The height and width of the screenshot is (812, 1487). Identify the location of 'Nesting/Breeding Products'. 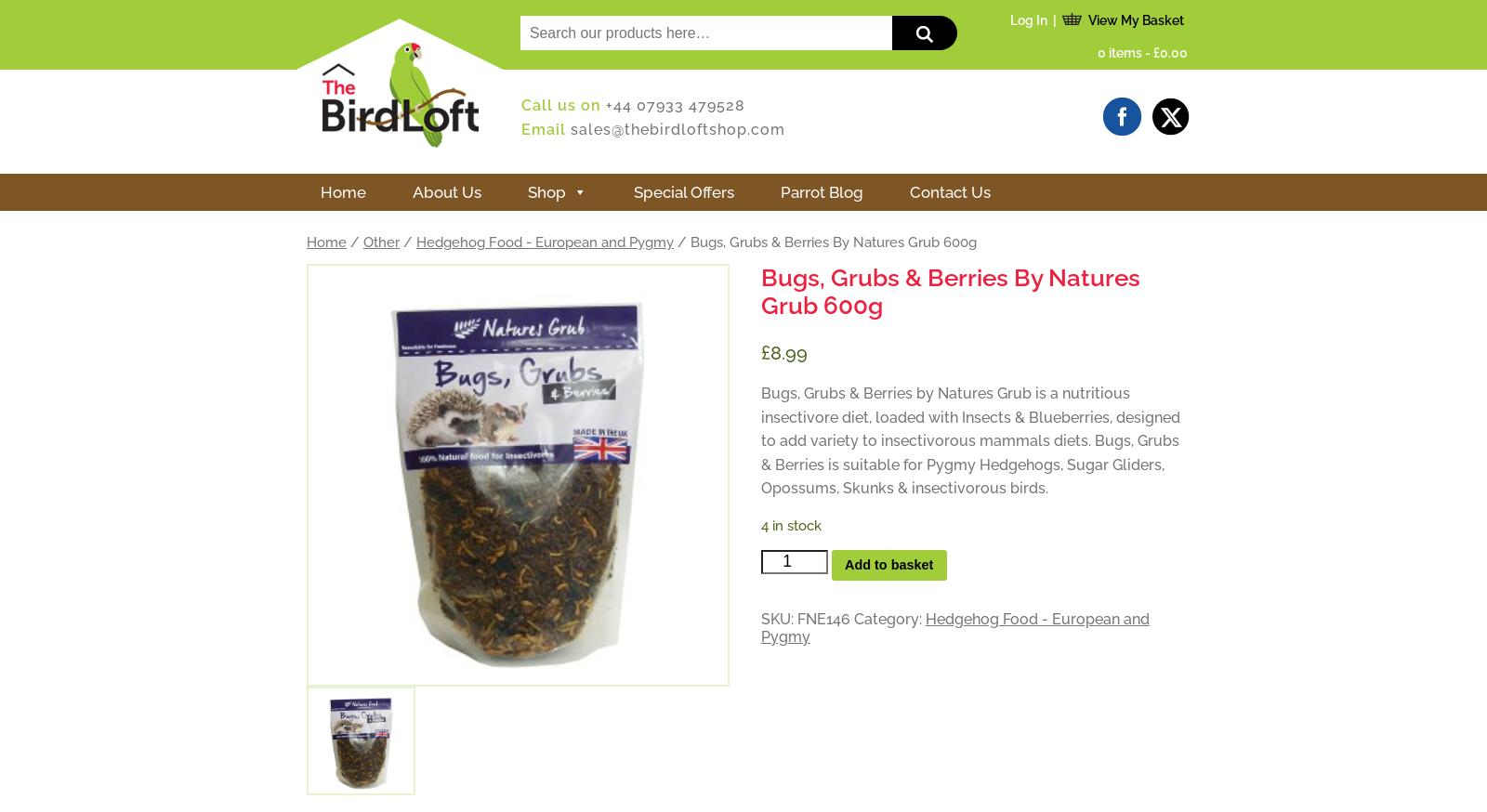
(732, 255).